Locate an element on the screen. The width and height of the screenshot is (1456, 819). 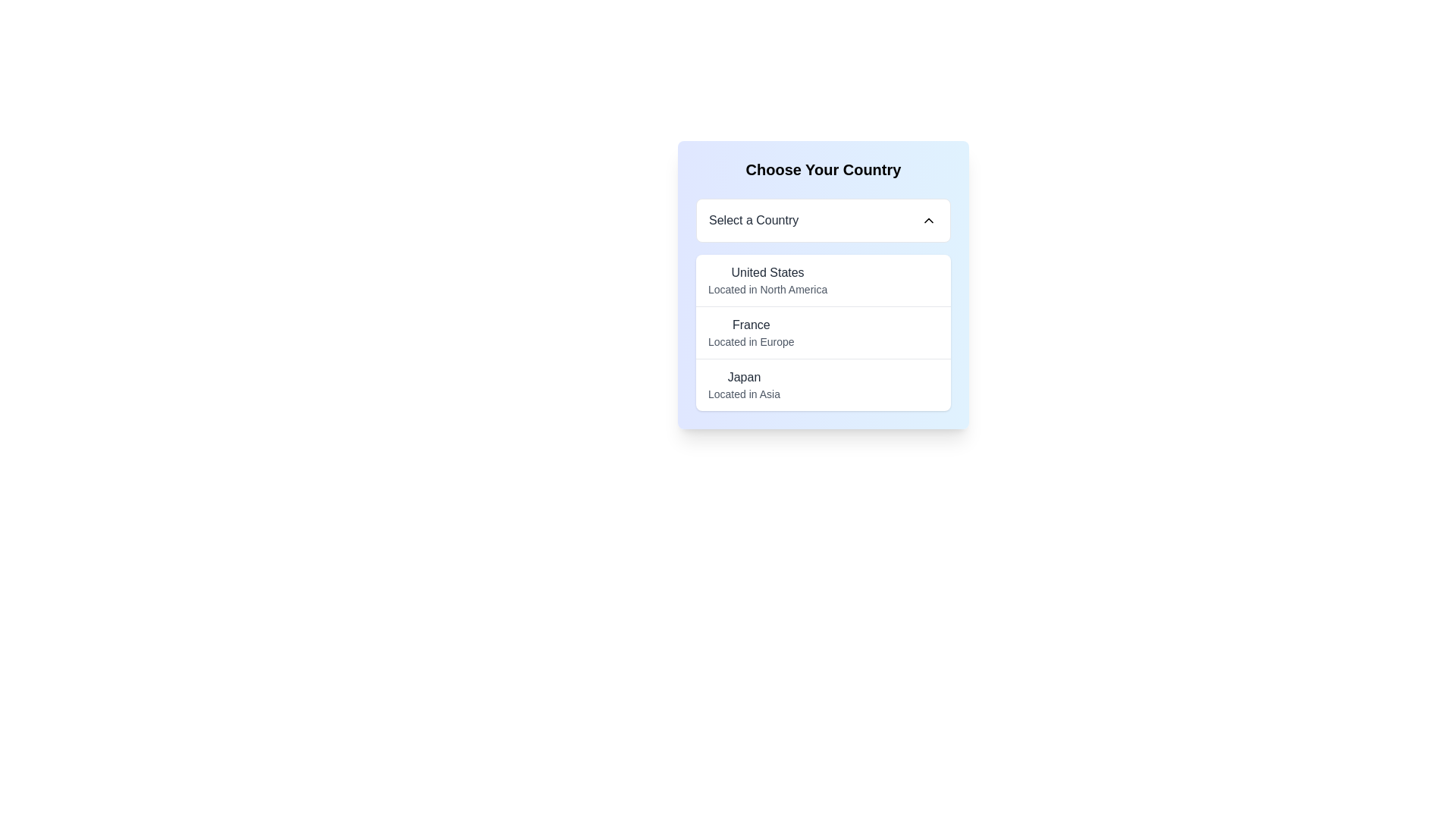
to select 'Japan' from the dropdown list of country options, which is the third item below 'United States' and 'France' is located at coordinates (822, 384).